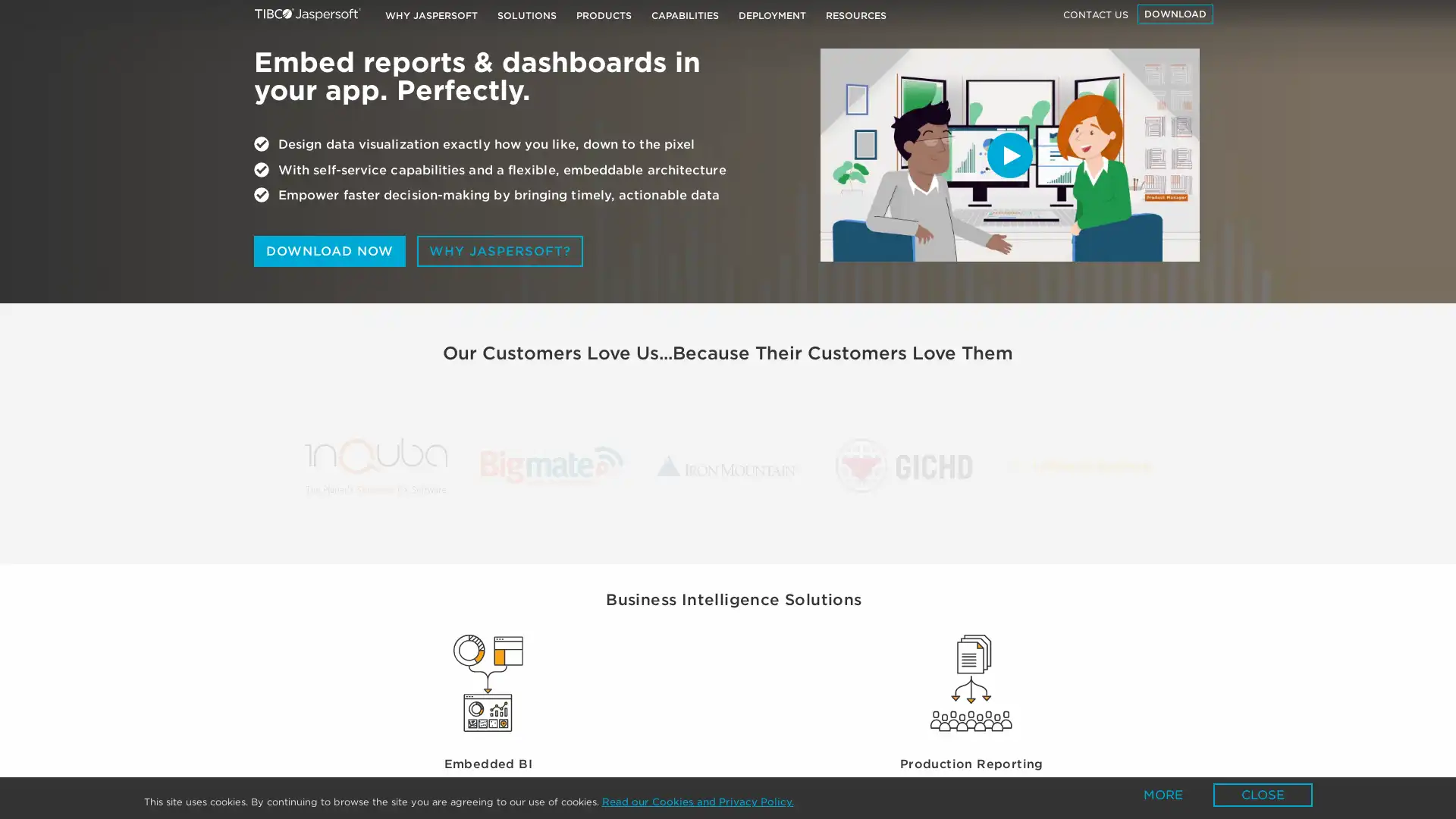  What do you see at coordinates (1262, 794) in the screenshot?
I see `CLOSE` at bounding box center [1262, 794].